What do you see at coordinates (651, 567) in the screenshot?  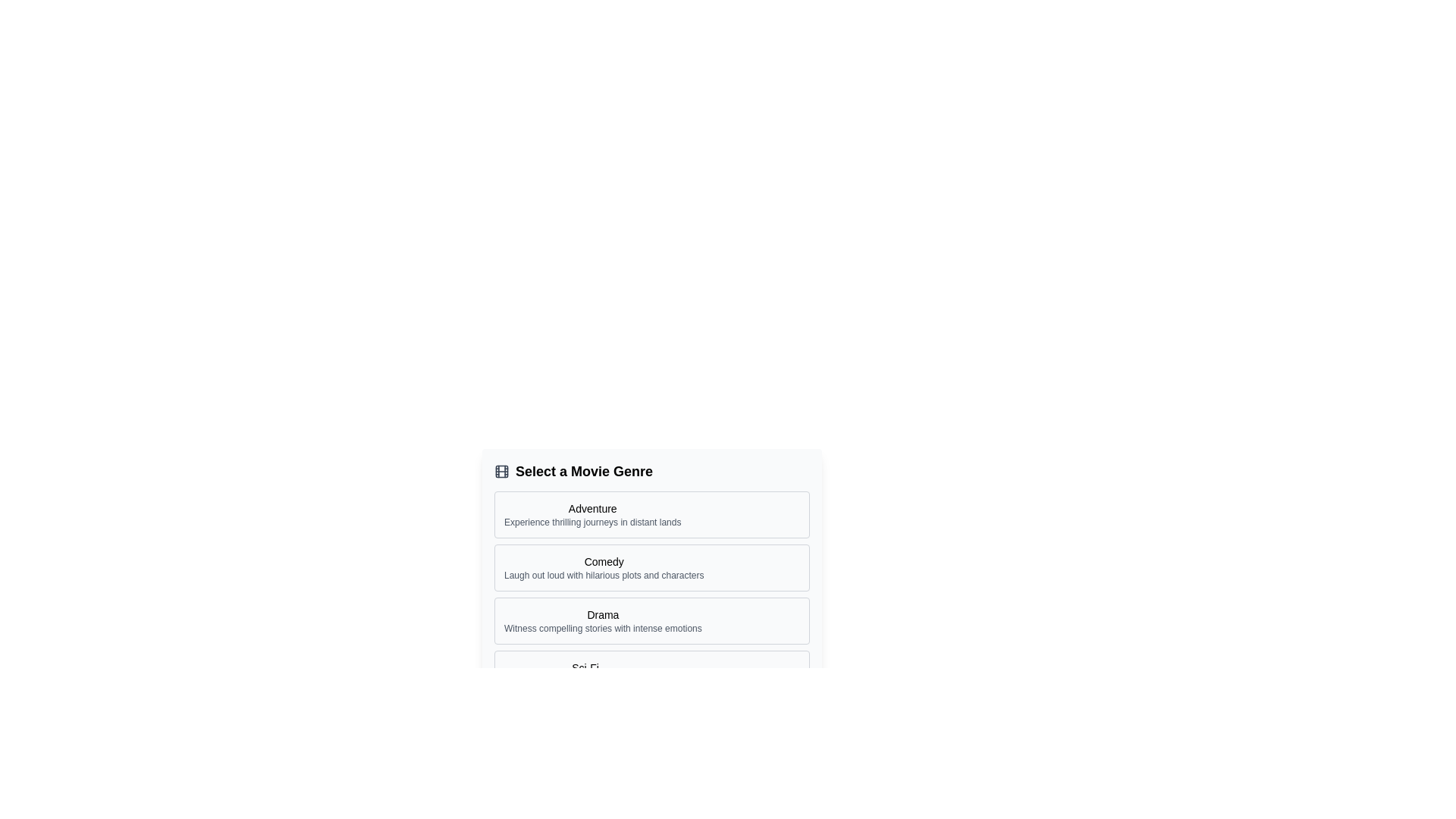 I see `the 'Comedy' genre card, which is the second card in the vertical stack of four cards under the section 'Select a Movie Genre'` at bounding box center [651, 567].